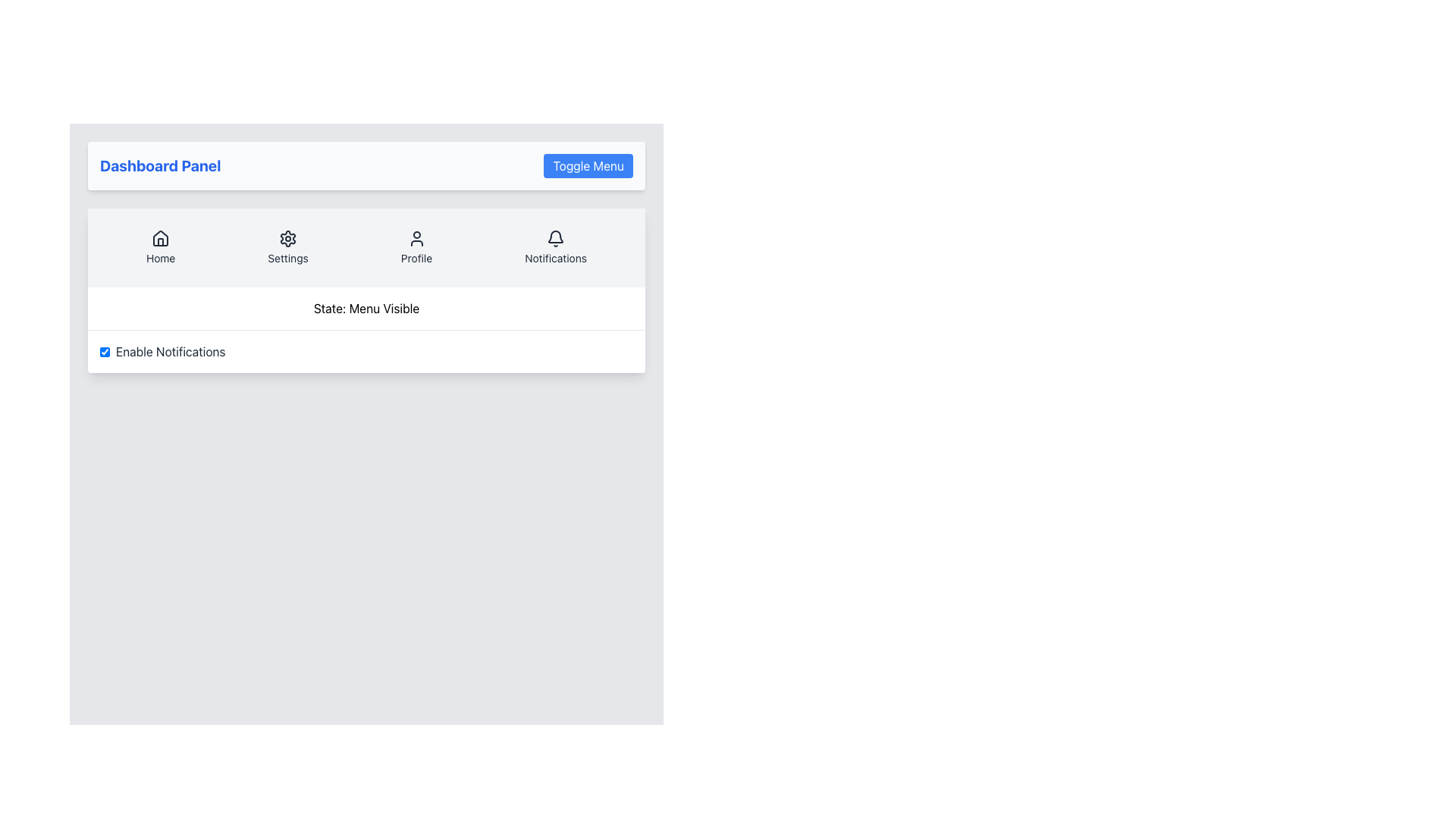 The image size is (1456, 819). I want to click on text label 'Profile' which is styled in a smaller font and located under the user profile icon in the navigation menu, so click(416, 257).